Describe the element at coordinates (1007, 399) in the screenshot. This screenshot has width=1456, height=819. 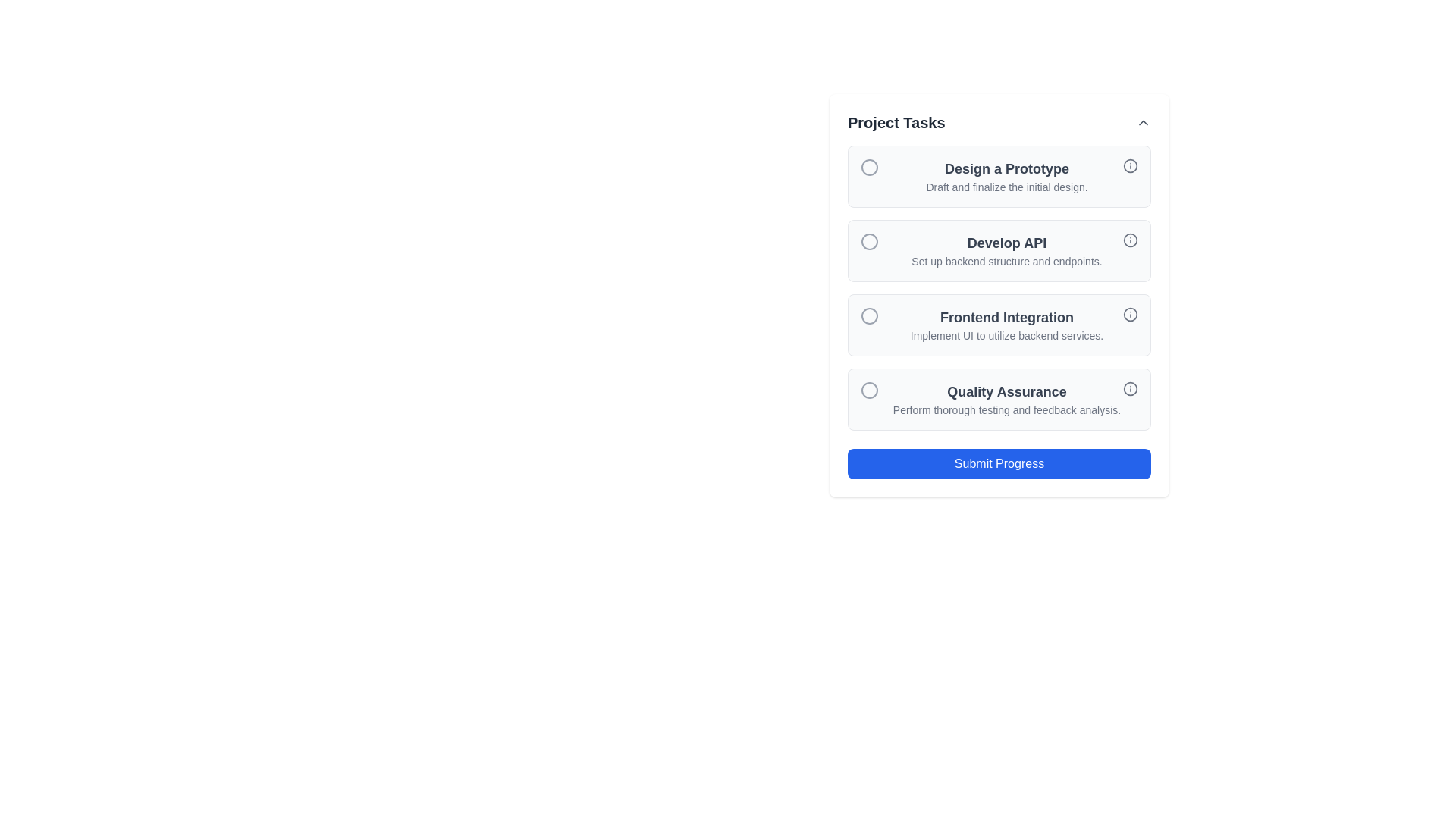
I see `the text block titled 'Quality Assurance' which contains the description 'Perform thorough testing and feedback analysis', located in the fourth row of the 'Project Tasks' card` at that location.